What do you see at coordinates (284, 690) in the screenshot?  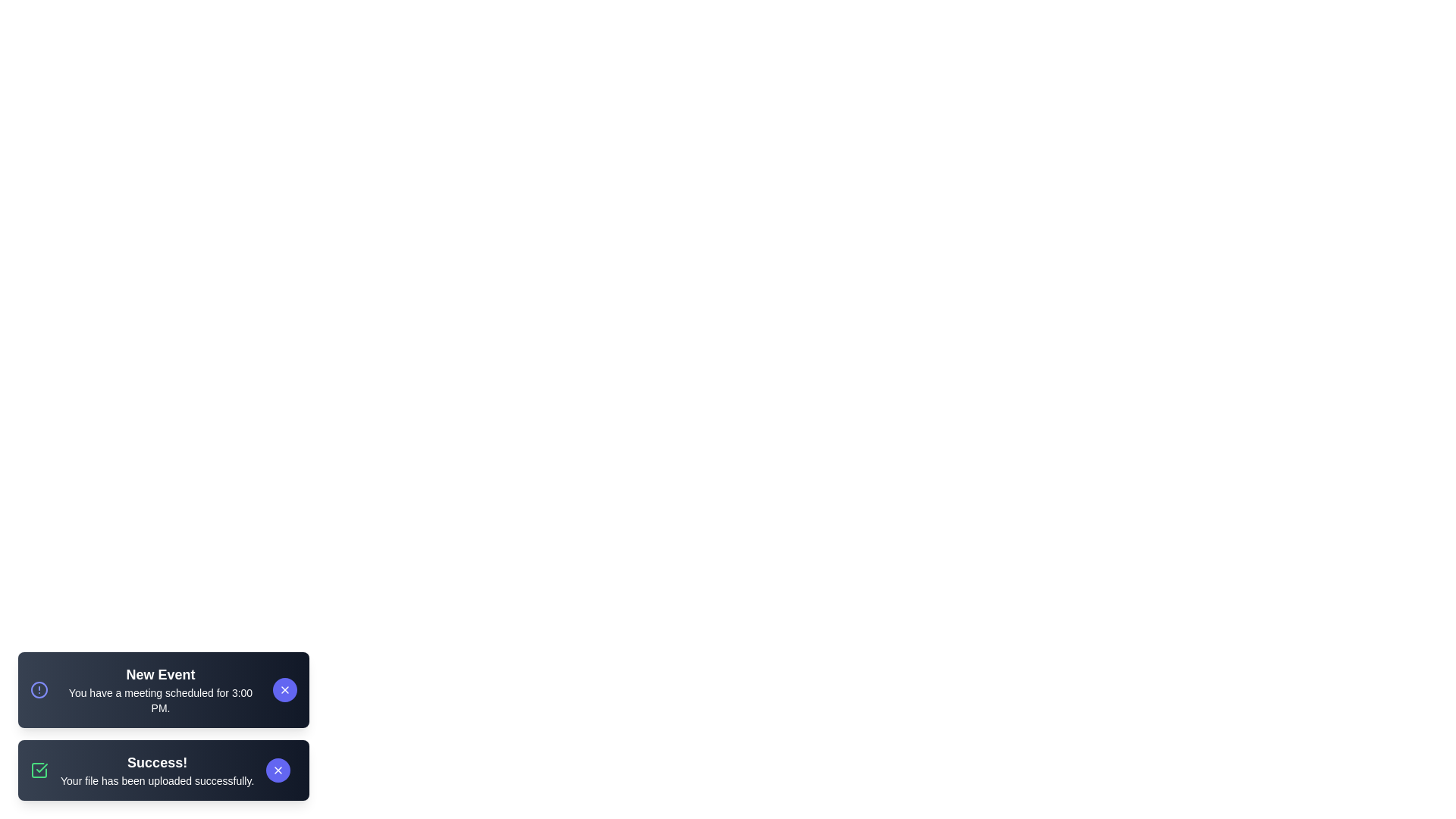 I see `the close button of the 'New Event' notification` at bounding box center [284, 690].